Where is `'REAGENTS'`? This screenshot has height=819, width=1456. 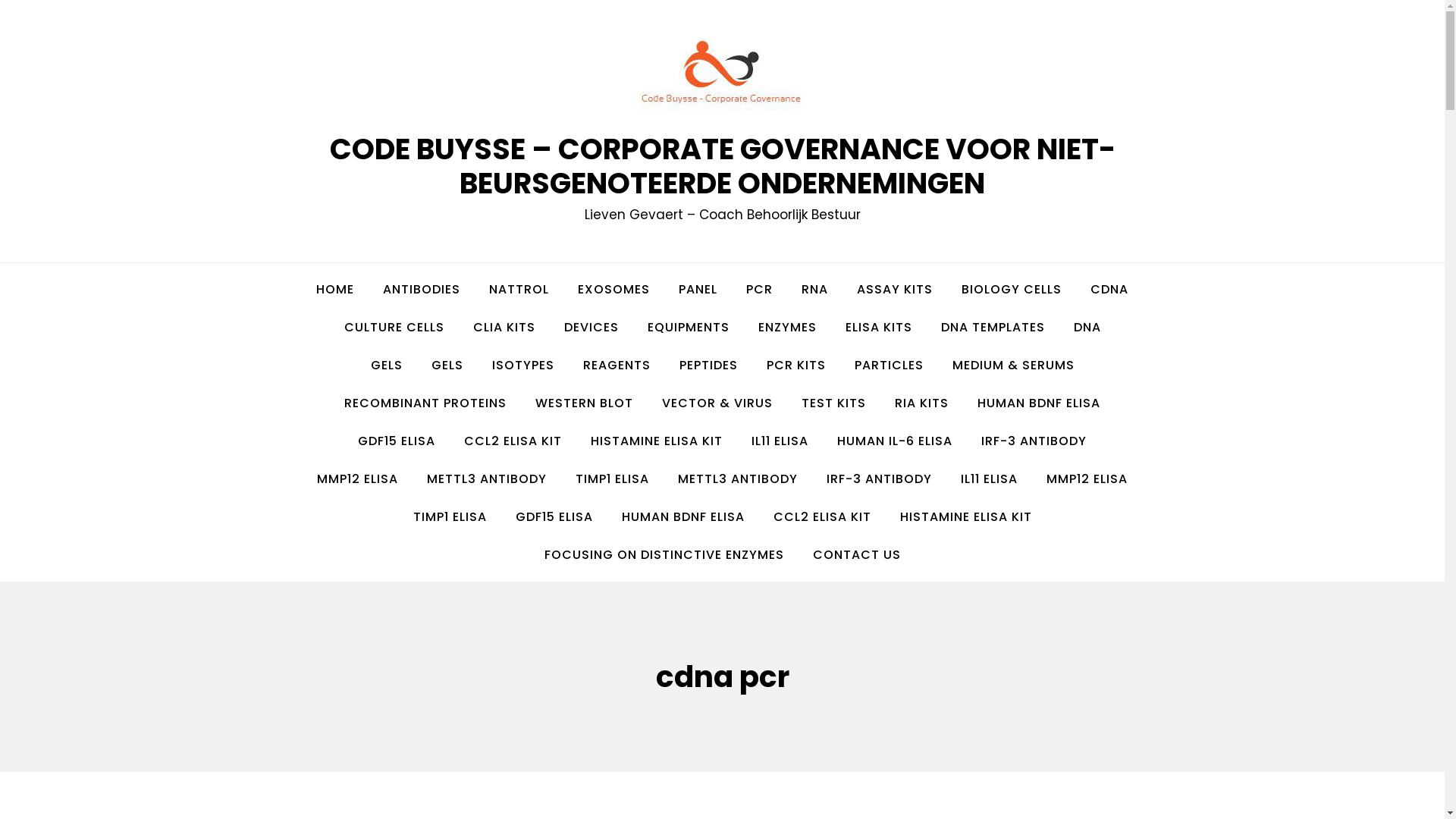 'REAGENTS' is located at coordinates (617, 366).